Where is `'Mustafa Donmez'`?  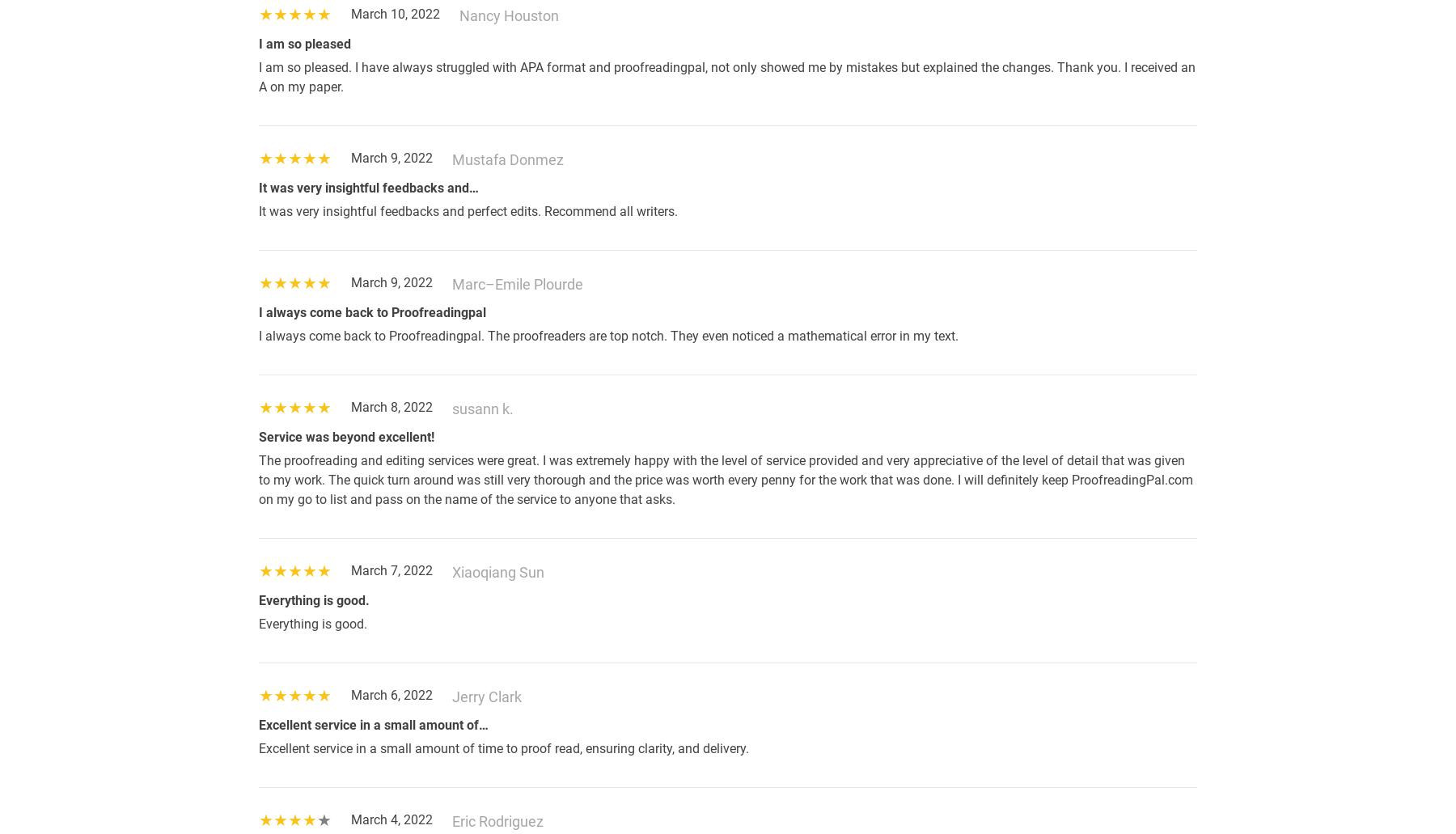
'Mustafa Donmez' is located at coordinates (508, 159).